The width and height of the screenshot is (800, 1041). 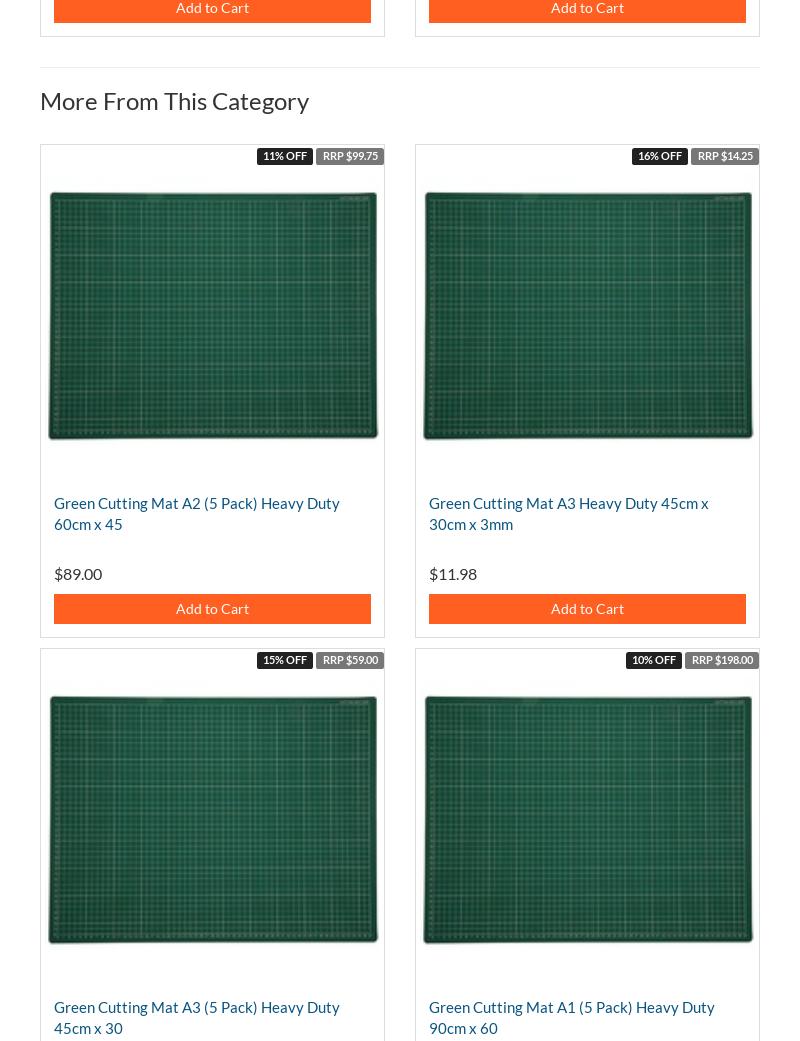 I want to click on 'Green Cutting Mat A3 (5 Pack) Heavy Duty 45cm x 30', so click(x=53, y=1017).